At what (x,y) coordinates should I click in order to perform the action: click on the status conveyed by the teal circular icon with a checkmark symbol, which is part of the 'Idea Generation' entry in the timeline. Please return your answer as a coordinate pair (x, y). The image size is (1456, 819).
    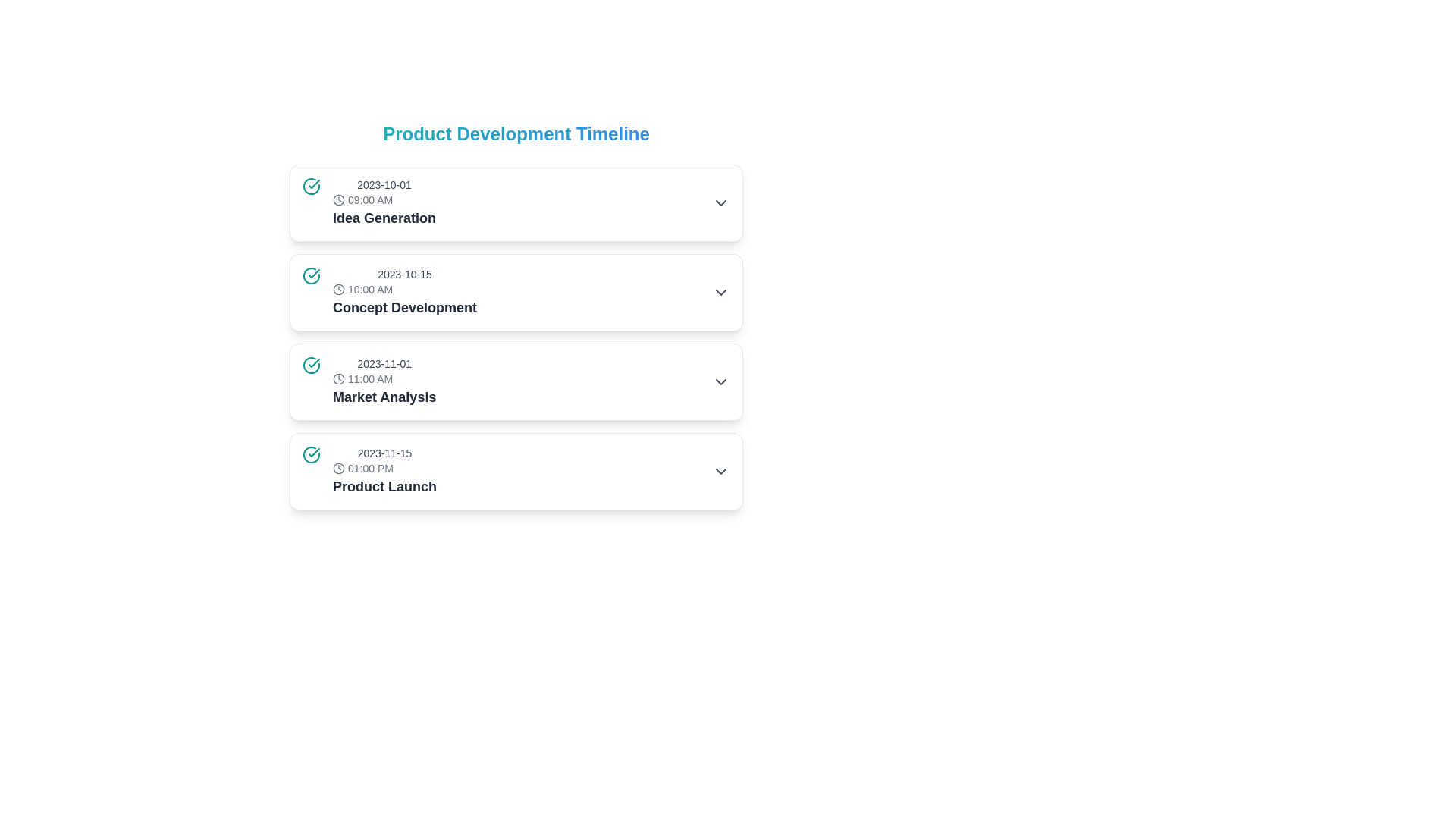
    Looking at the image, I should click on (311, 186).